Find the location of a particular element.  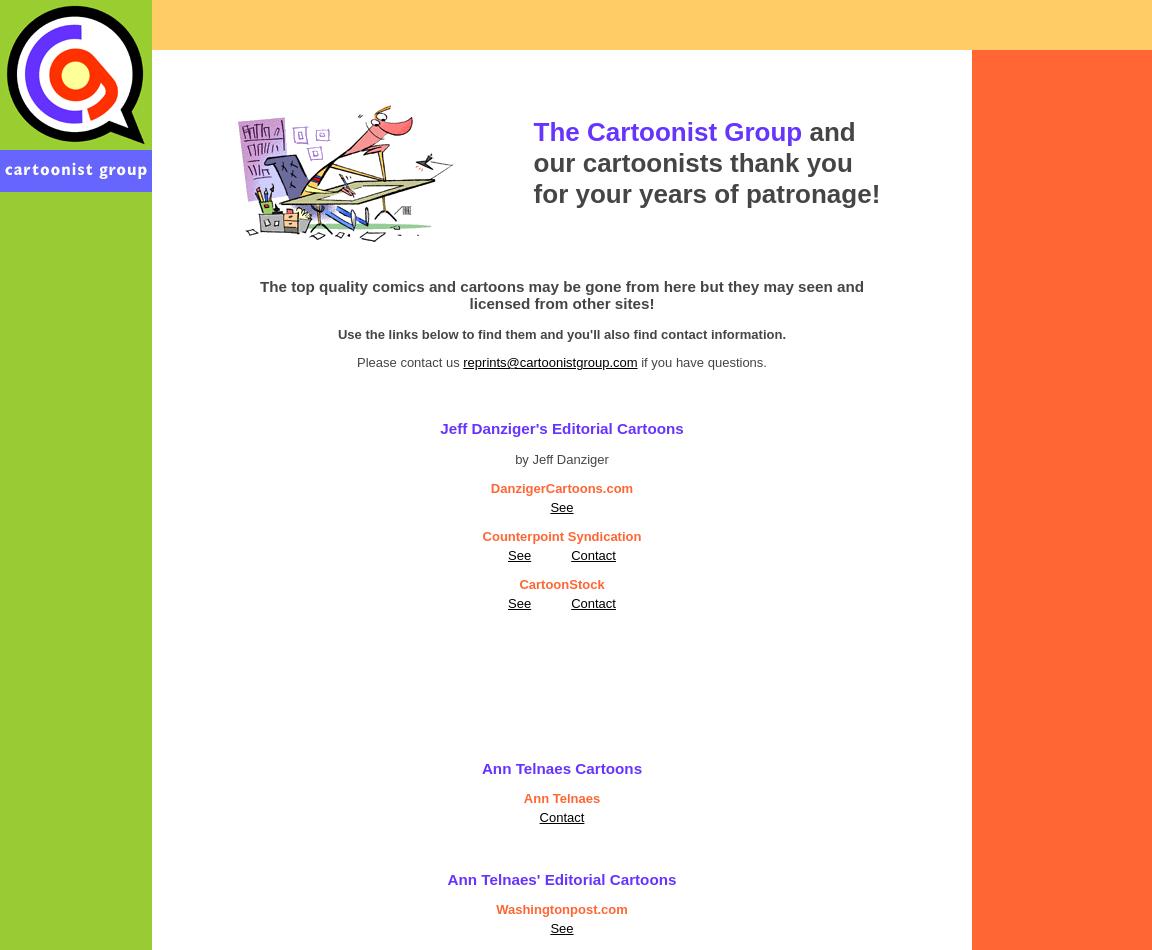

'if you have questions.' is located at coordinates (636, 361).